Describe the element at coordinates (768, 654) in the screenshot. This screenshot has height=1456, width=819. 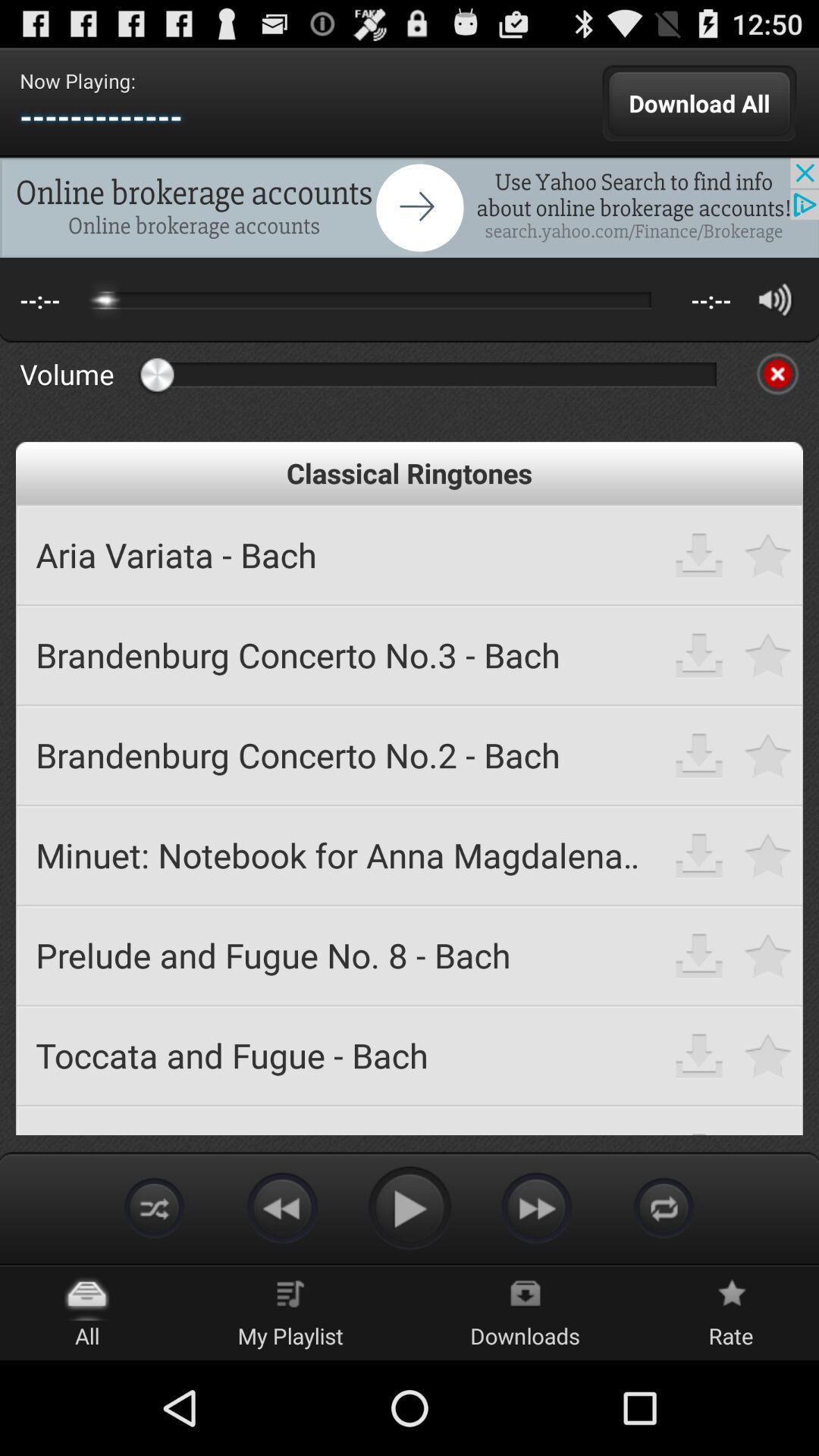
I see `song` at that location.